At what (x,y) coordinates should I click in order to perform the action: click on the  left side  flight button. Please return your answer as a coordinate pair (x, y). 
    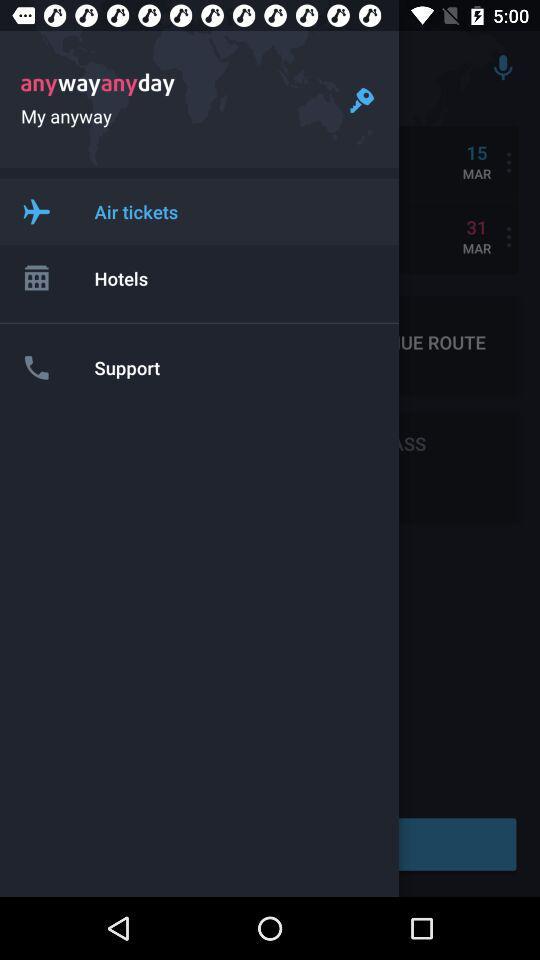
    Looking at the image, I should click on (36, 211).